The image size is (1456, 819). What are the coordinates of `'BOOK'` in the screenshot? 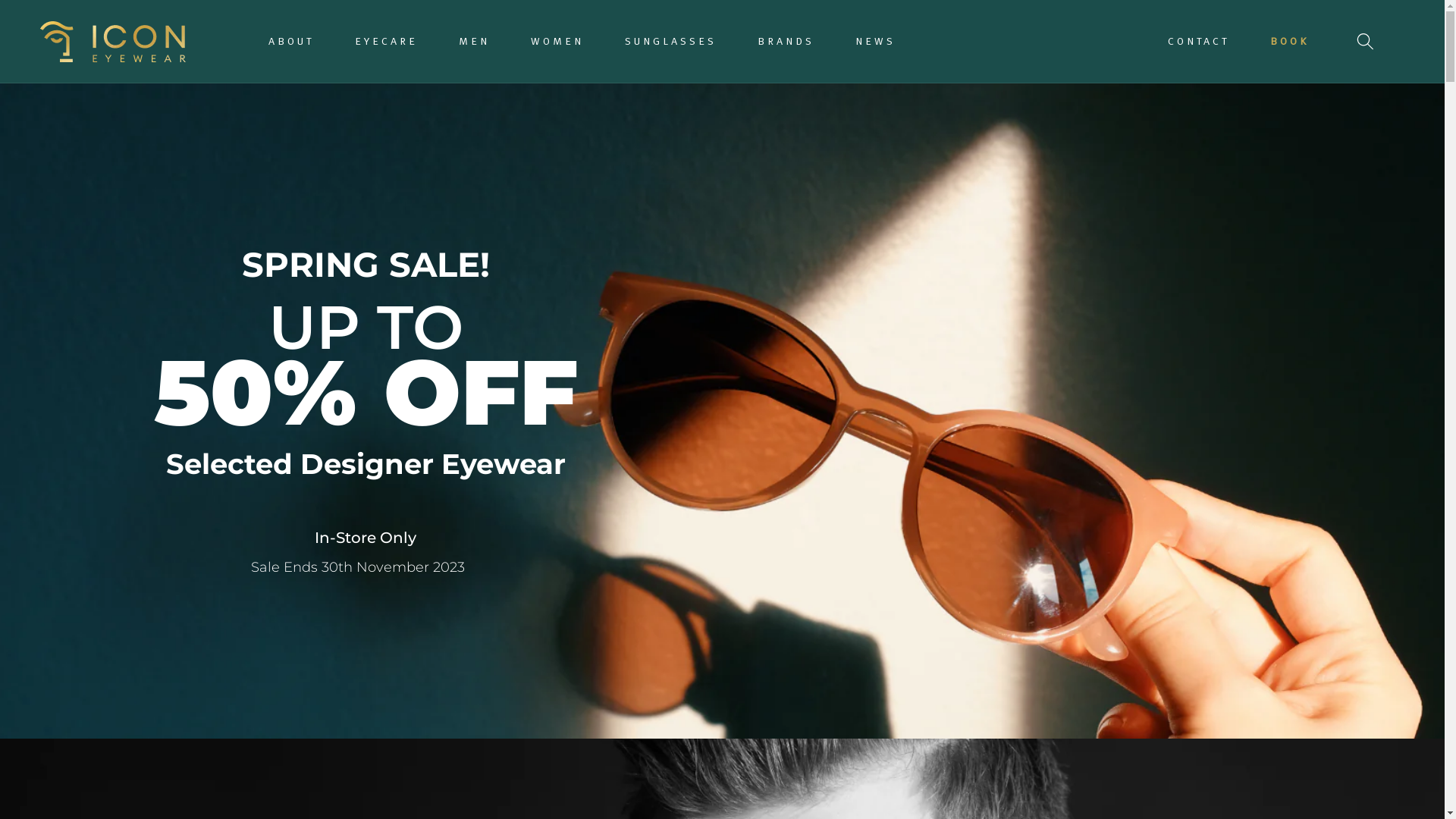 It's located at (1288, 40).